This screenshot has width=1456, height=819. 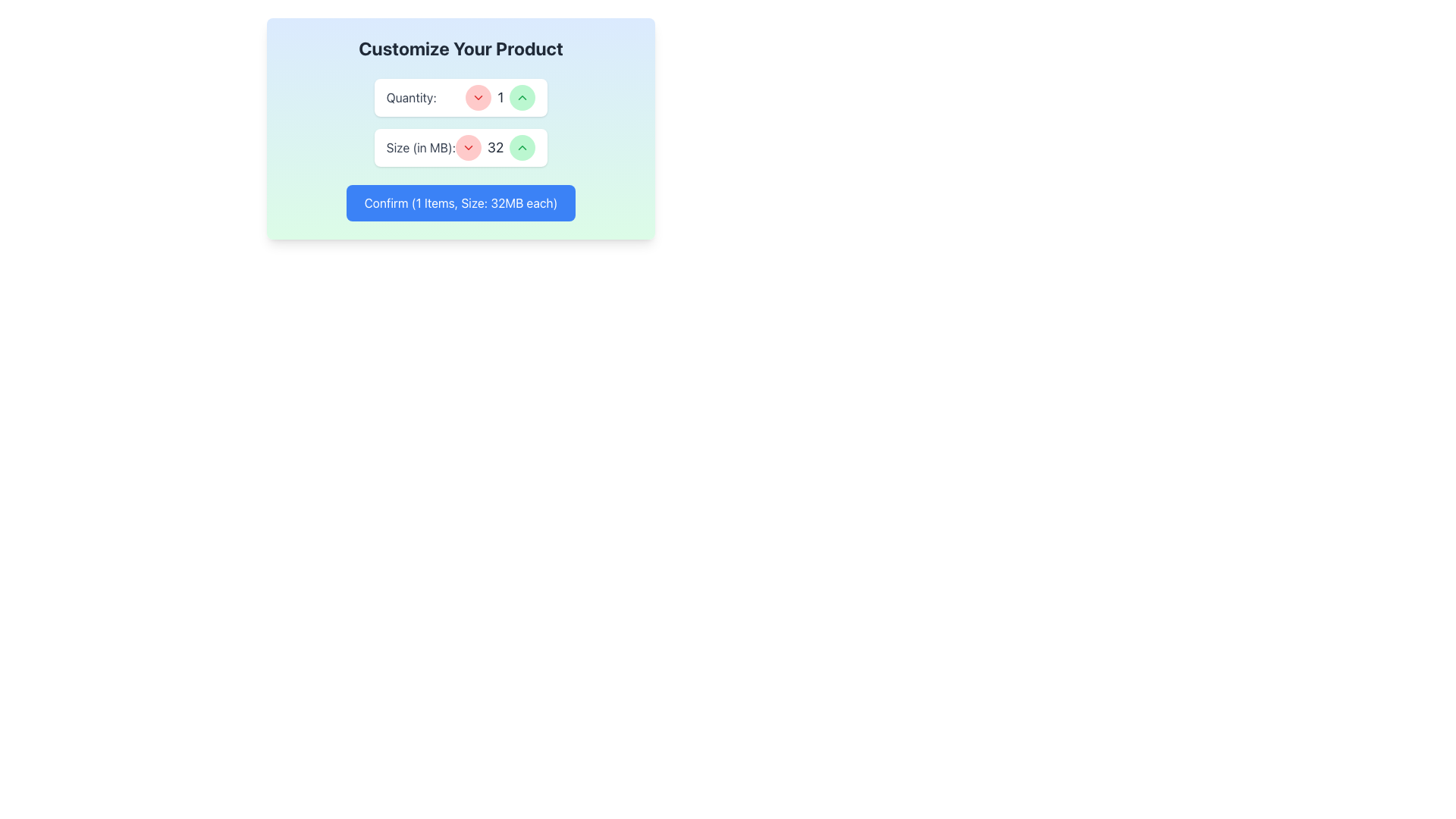 I want to click on the increment button, which is the third interactive button located to the right of the number '32', so click(x=522, y=148).